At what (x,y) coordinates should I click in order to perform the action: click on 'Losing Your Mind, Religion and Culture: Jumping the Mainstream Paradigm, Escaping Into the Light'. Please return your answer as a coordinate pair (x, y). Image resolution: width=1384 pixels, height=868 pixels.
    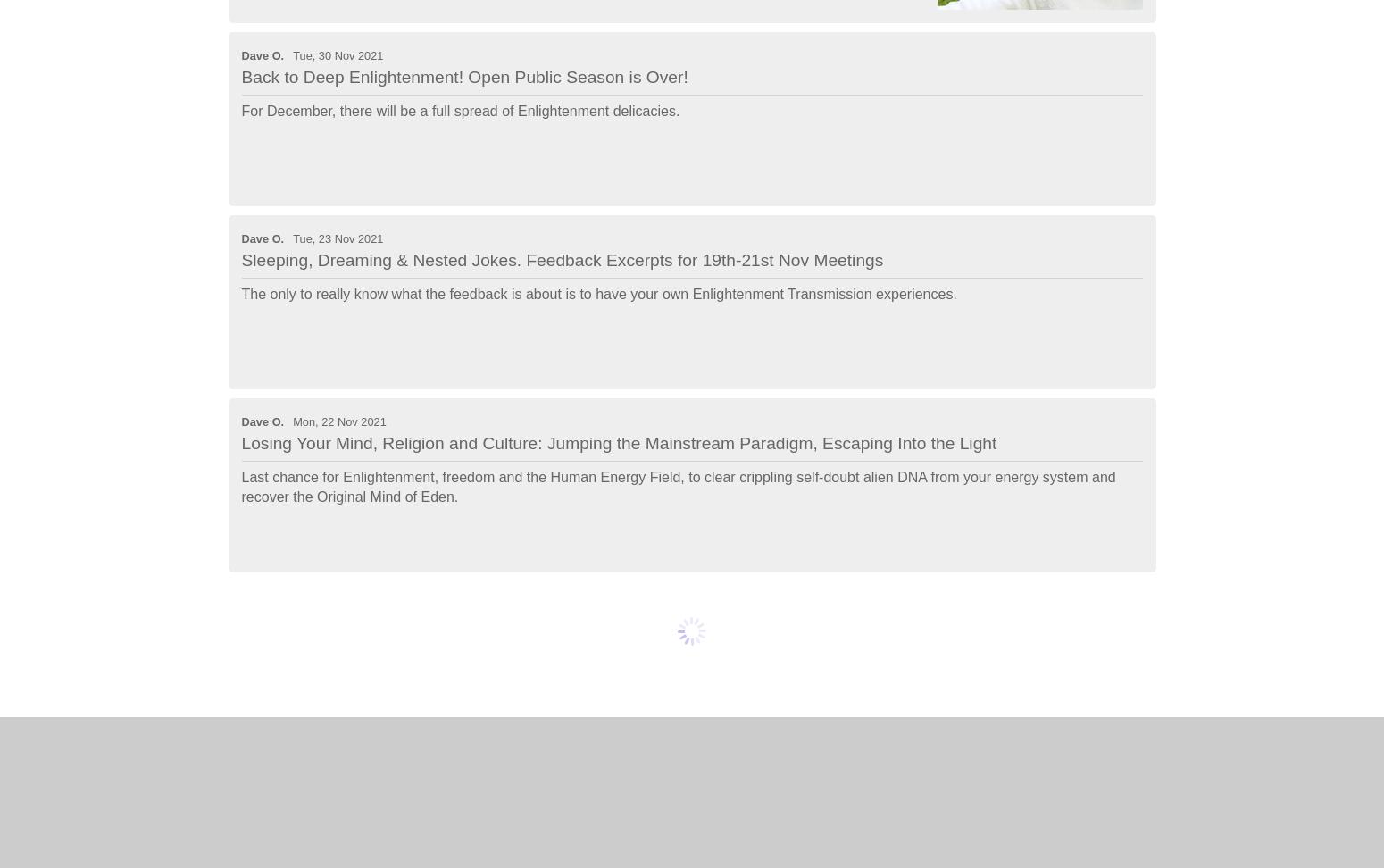
    Looking at the image, I should click on (618, 442).